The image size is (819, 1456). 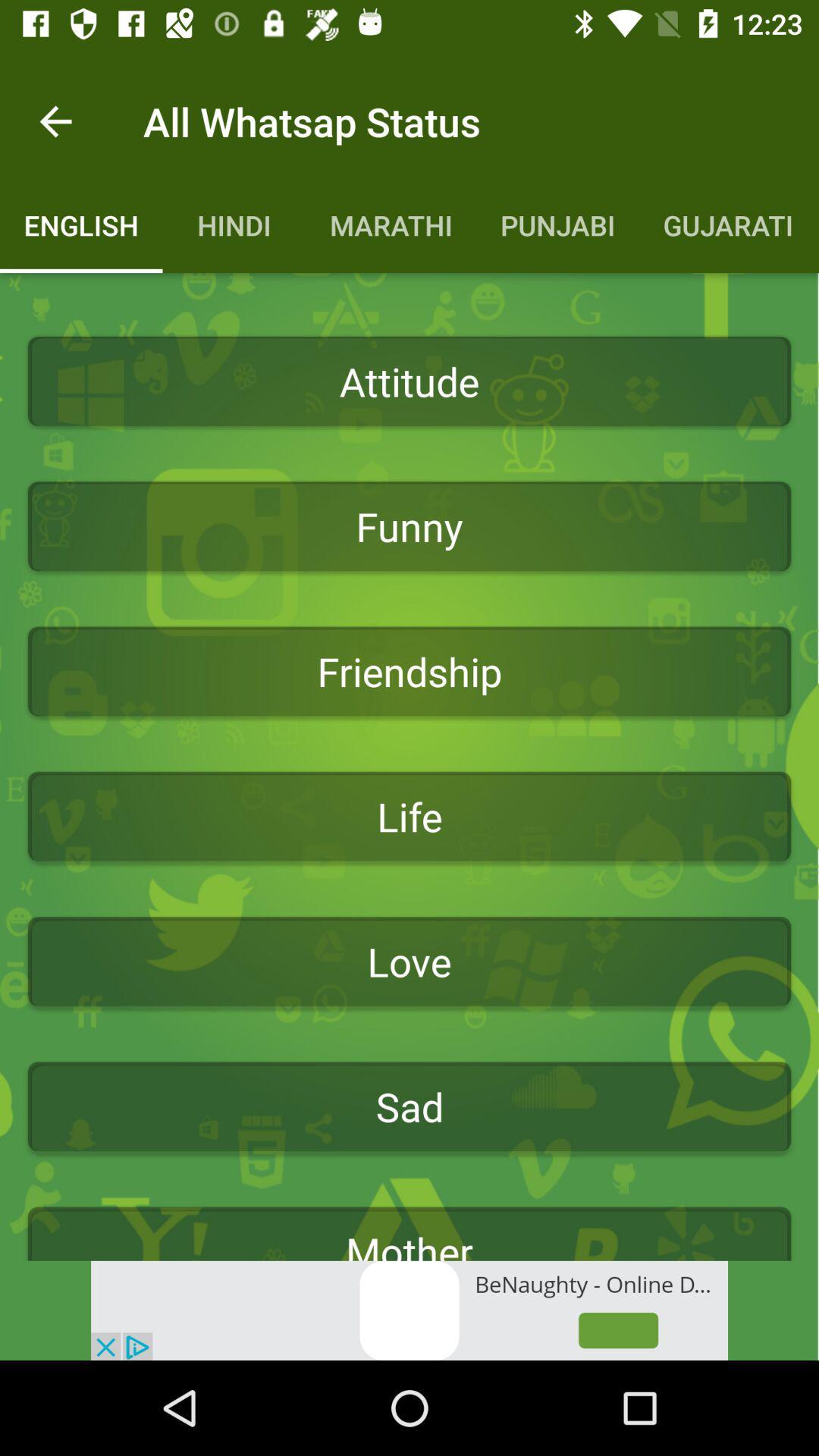 I want to click on the advertisement, so click(x=409, y=1310).